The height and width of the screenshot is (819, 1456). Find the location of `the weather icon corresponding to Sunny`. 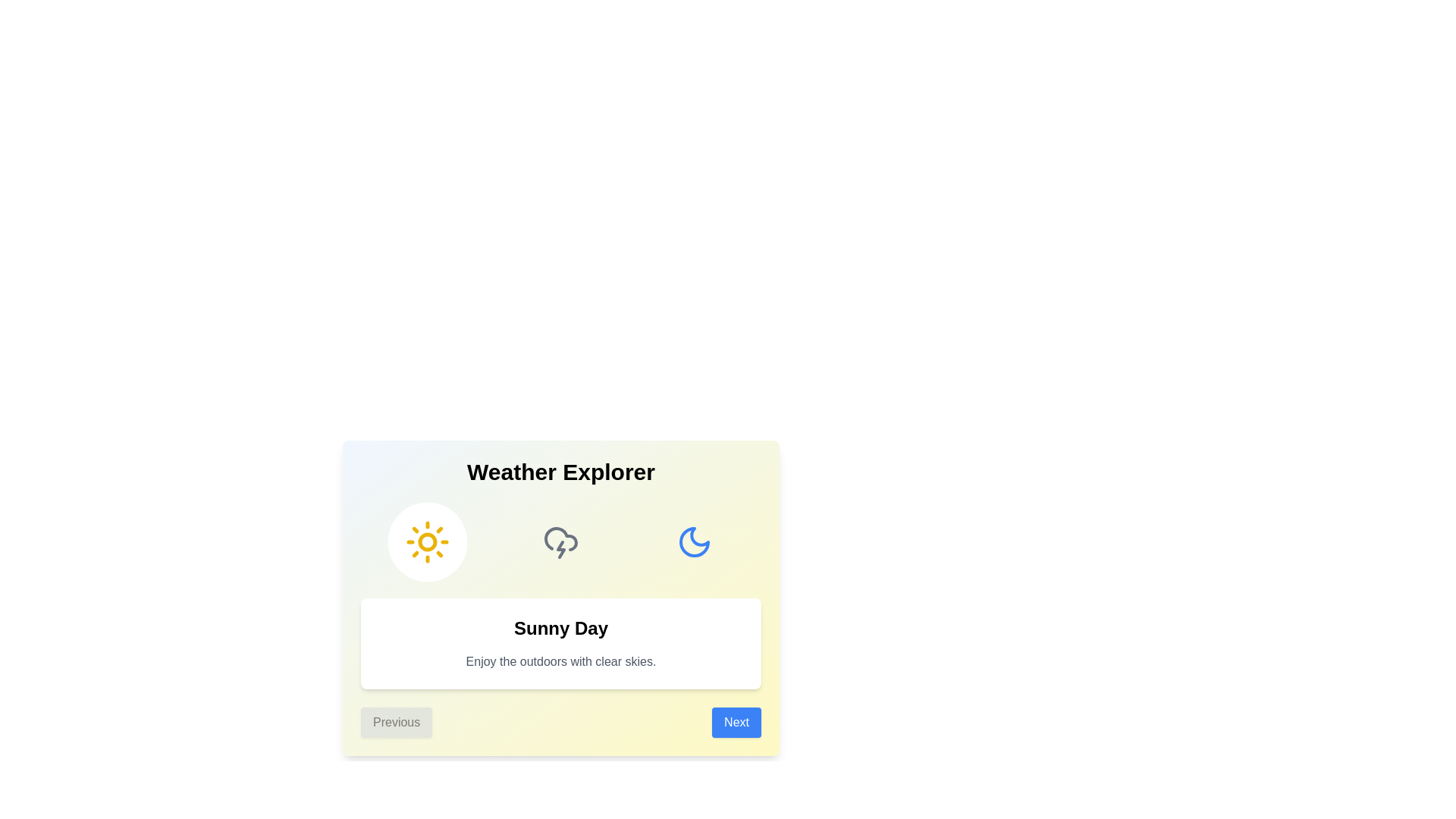

the weather icon corresponding to Sunny is located at coordinates (427, 541).